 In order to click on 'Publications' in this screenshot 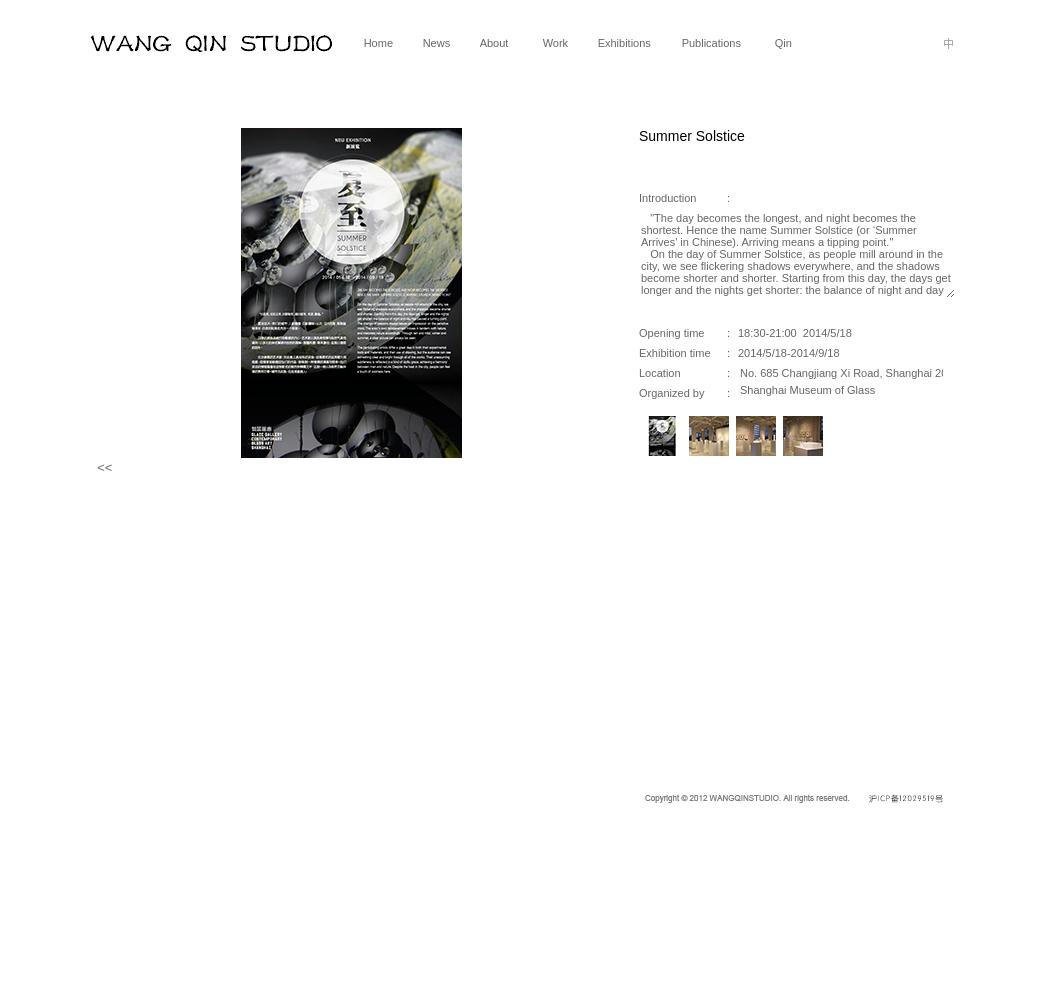, I will do `click(710, 43)`.